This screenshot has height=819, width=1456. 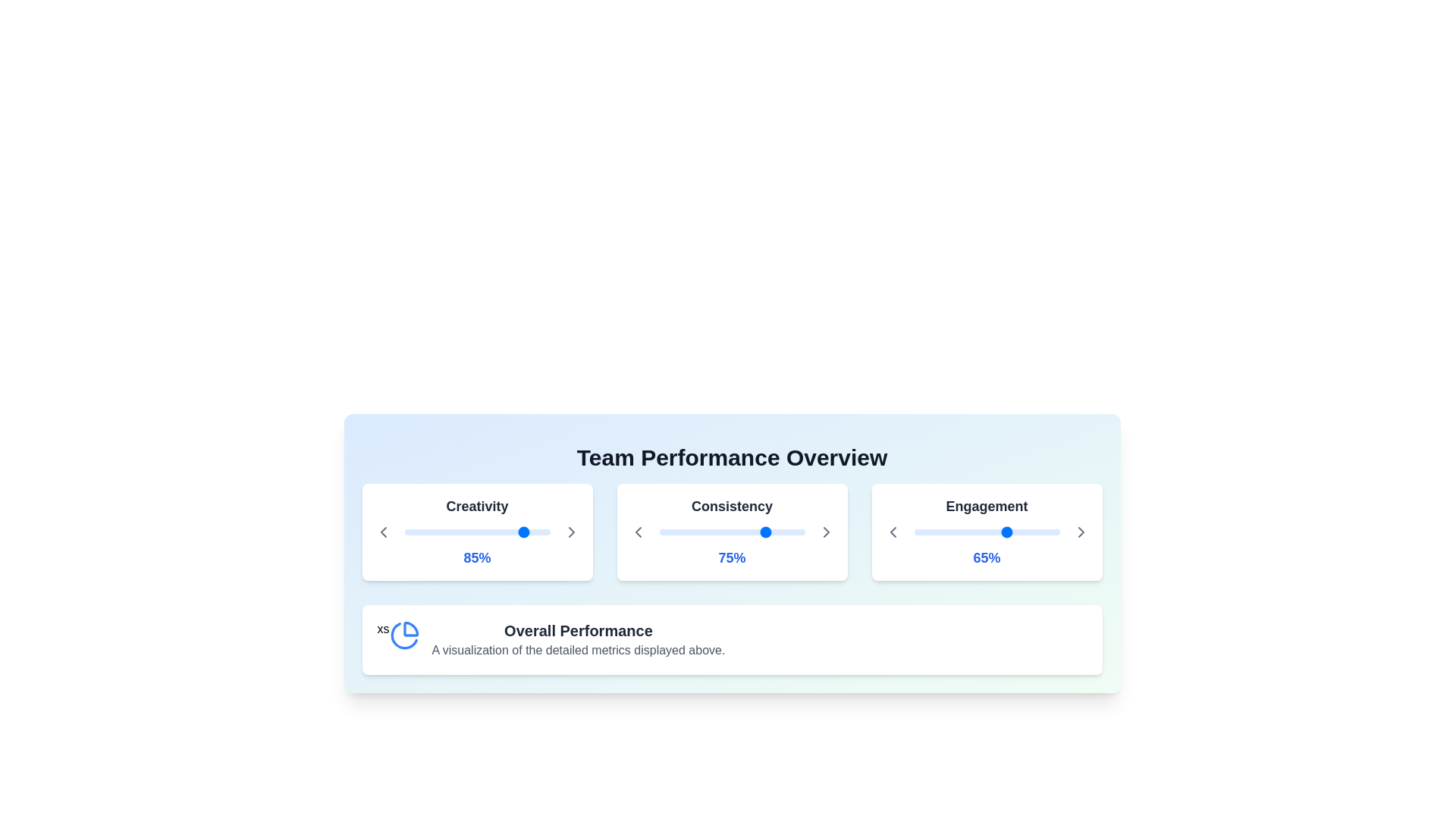 What do you see at coordinates (1031, 532) in the screenshot?
I see `the engagement value` at bounding box center [1031, 532].